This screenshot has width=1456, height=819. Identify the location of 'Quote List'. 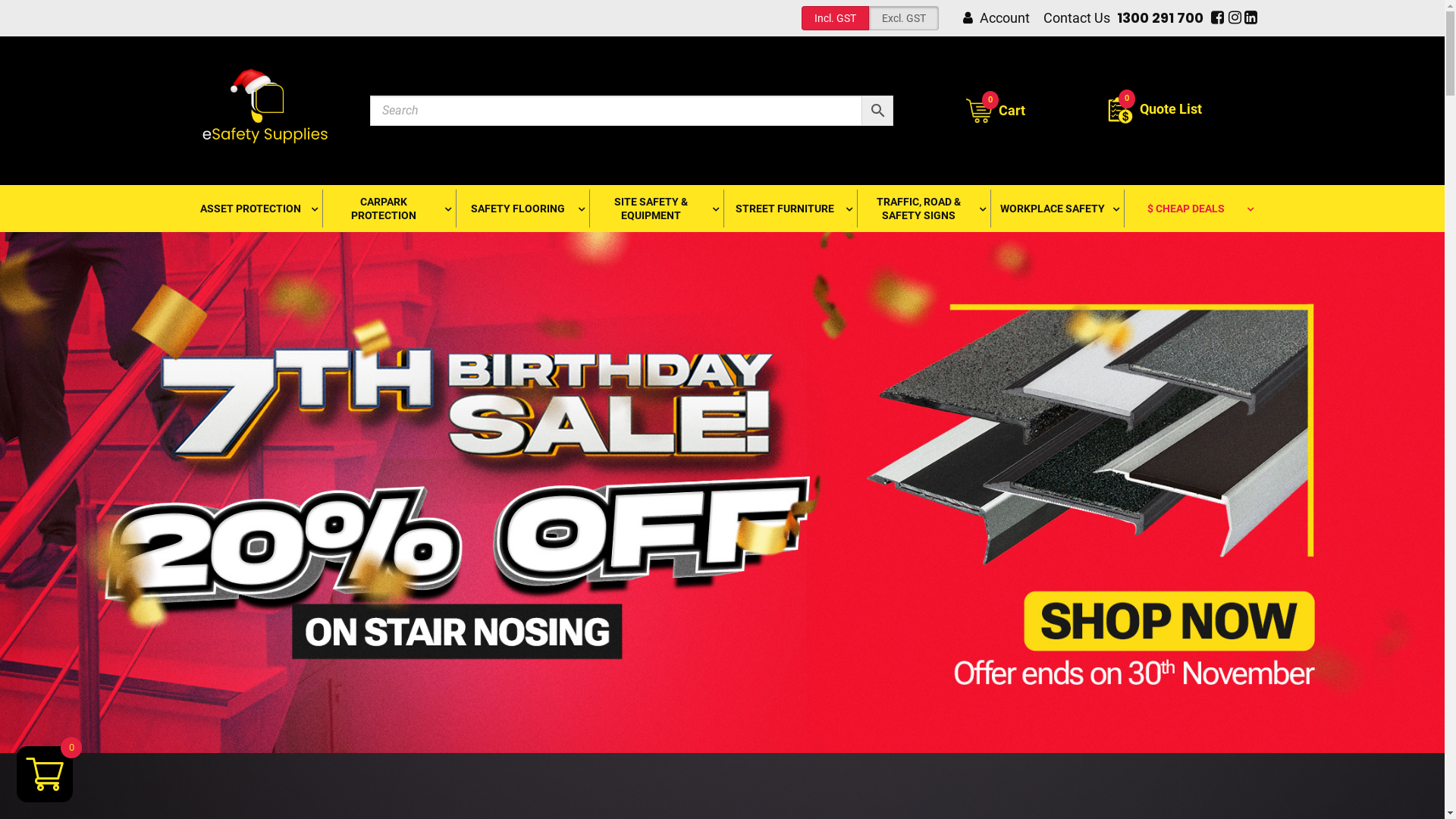
(1153, 109).